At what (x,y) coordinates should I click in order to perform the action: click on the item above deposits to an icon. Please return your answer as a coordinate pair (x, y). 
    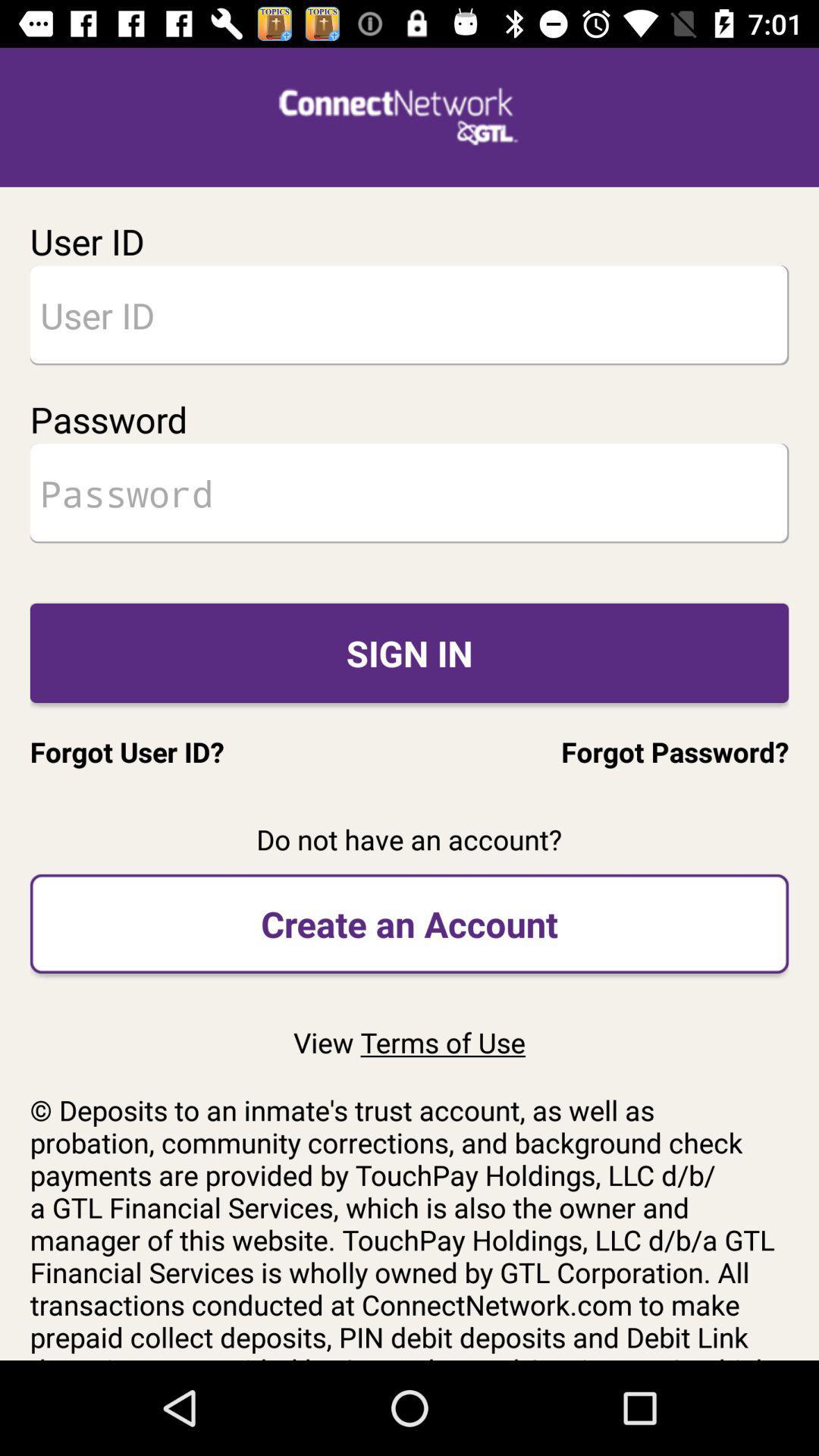
    Looking at the image, I should click on (409, 1041).